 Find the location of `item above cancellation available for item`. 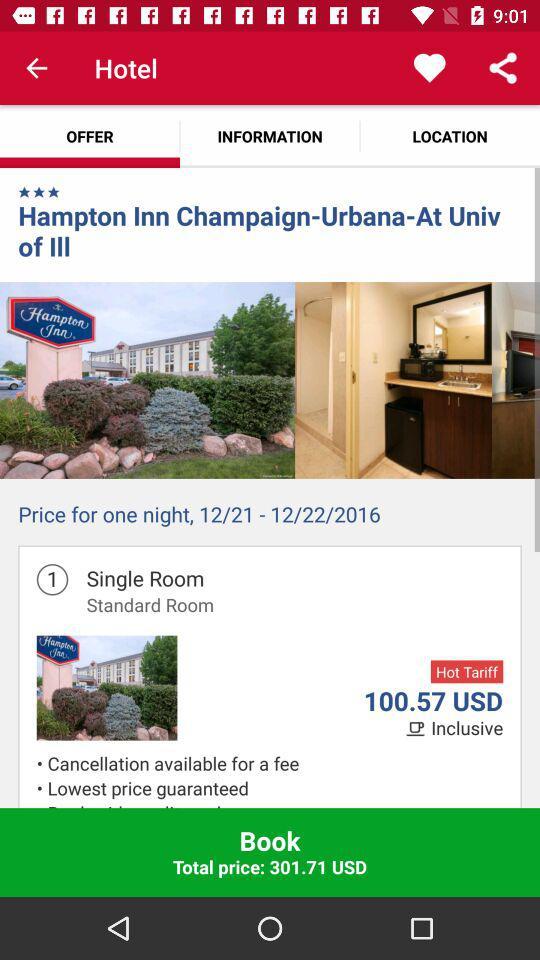

item above cancellation available for item is located at coordinates (467, 727).